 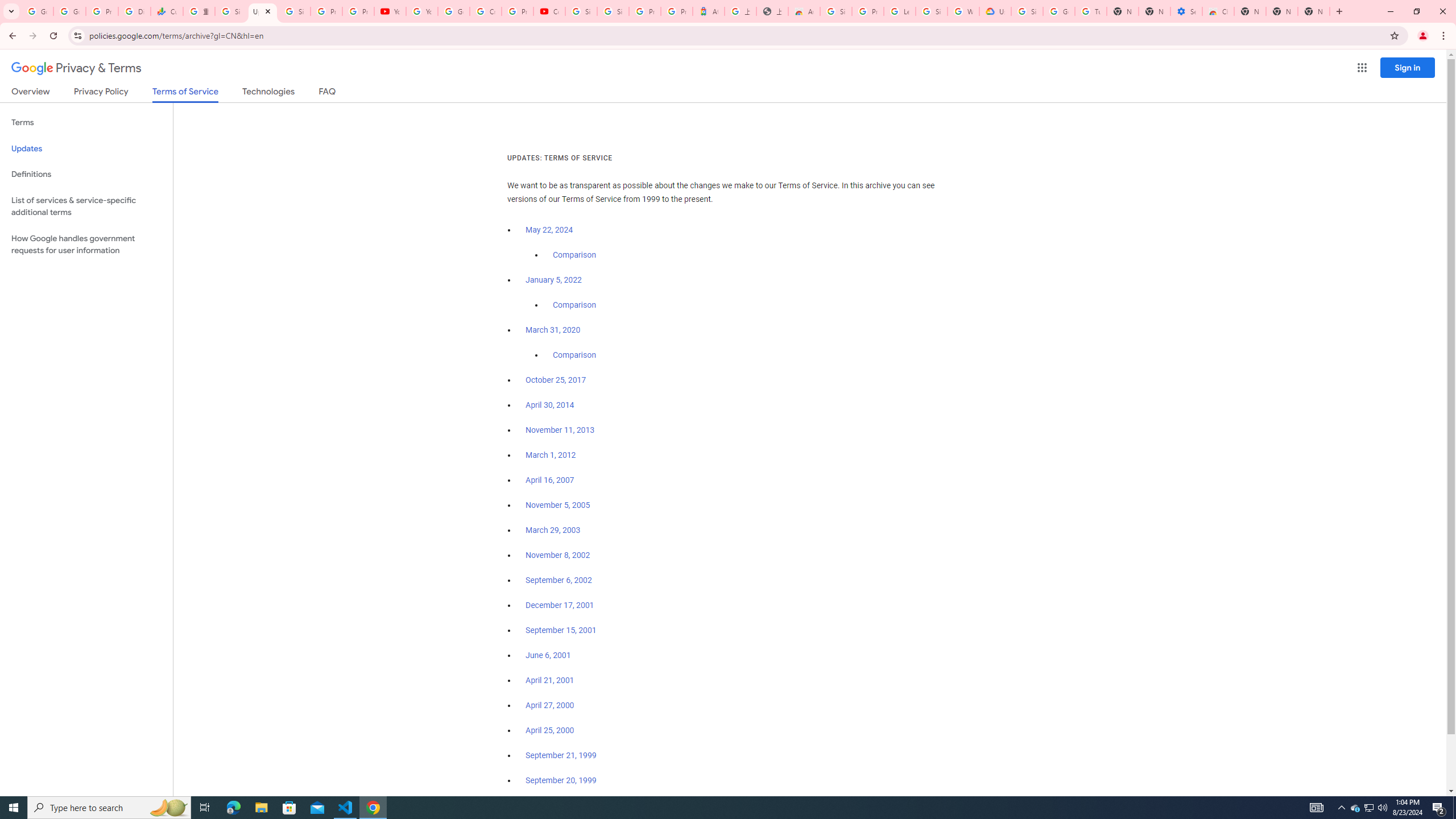 I want to click on 'November 8, 2002', so click(x=557, y=555).